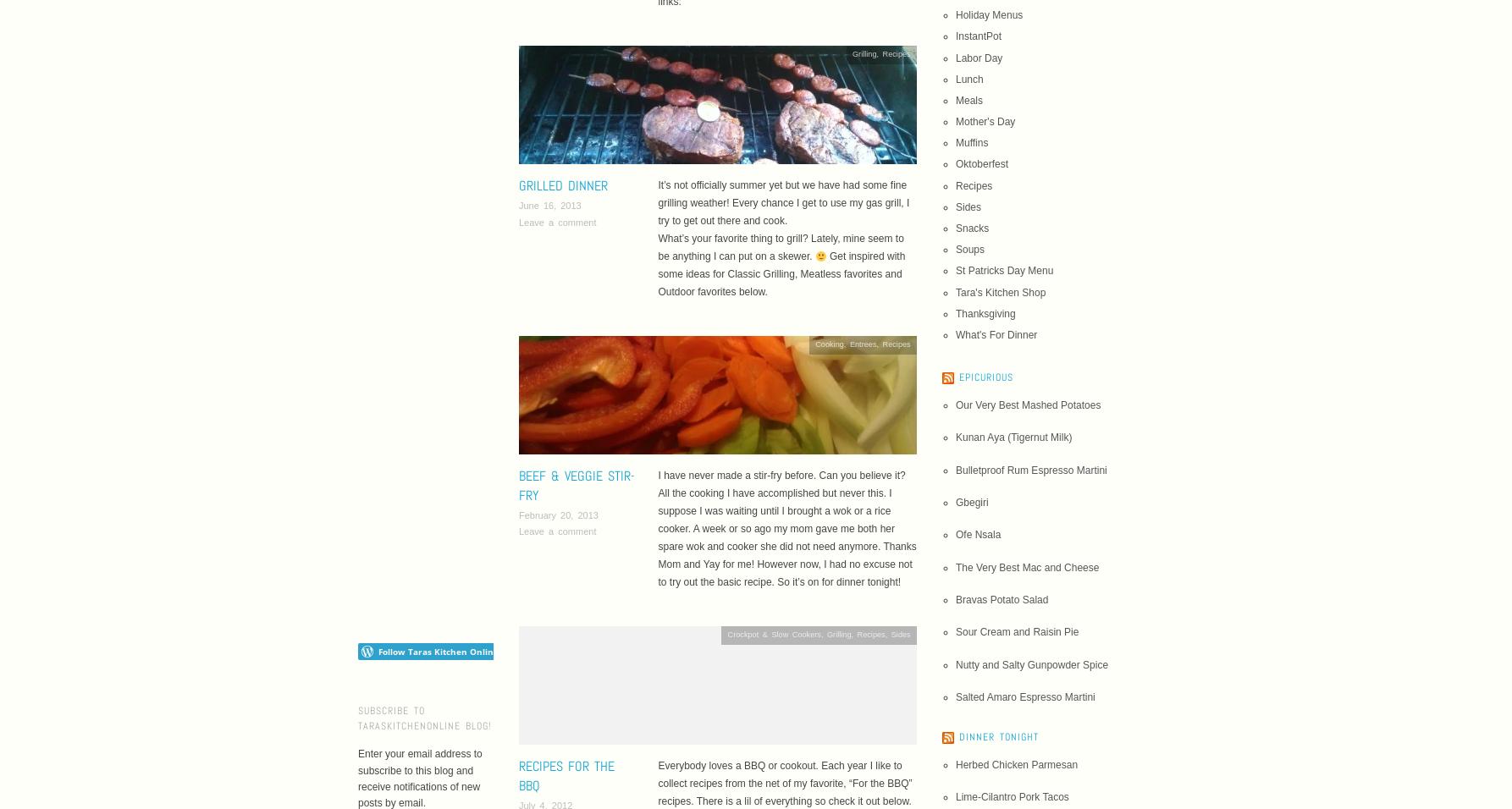 The width and height of the screenshot is (1512, 809). Describe the element at coordinates (988, 14) in the screenshot. I see `'Holiday Menus'` at that location.